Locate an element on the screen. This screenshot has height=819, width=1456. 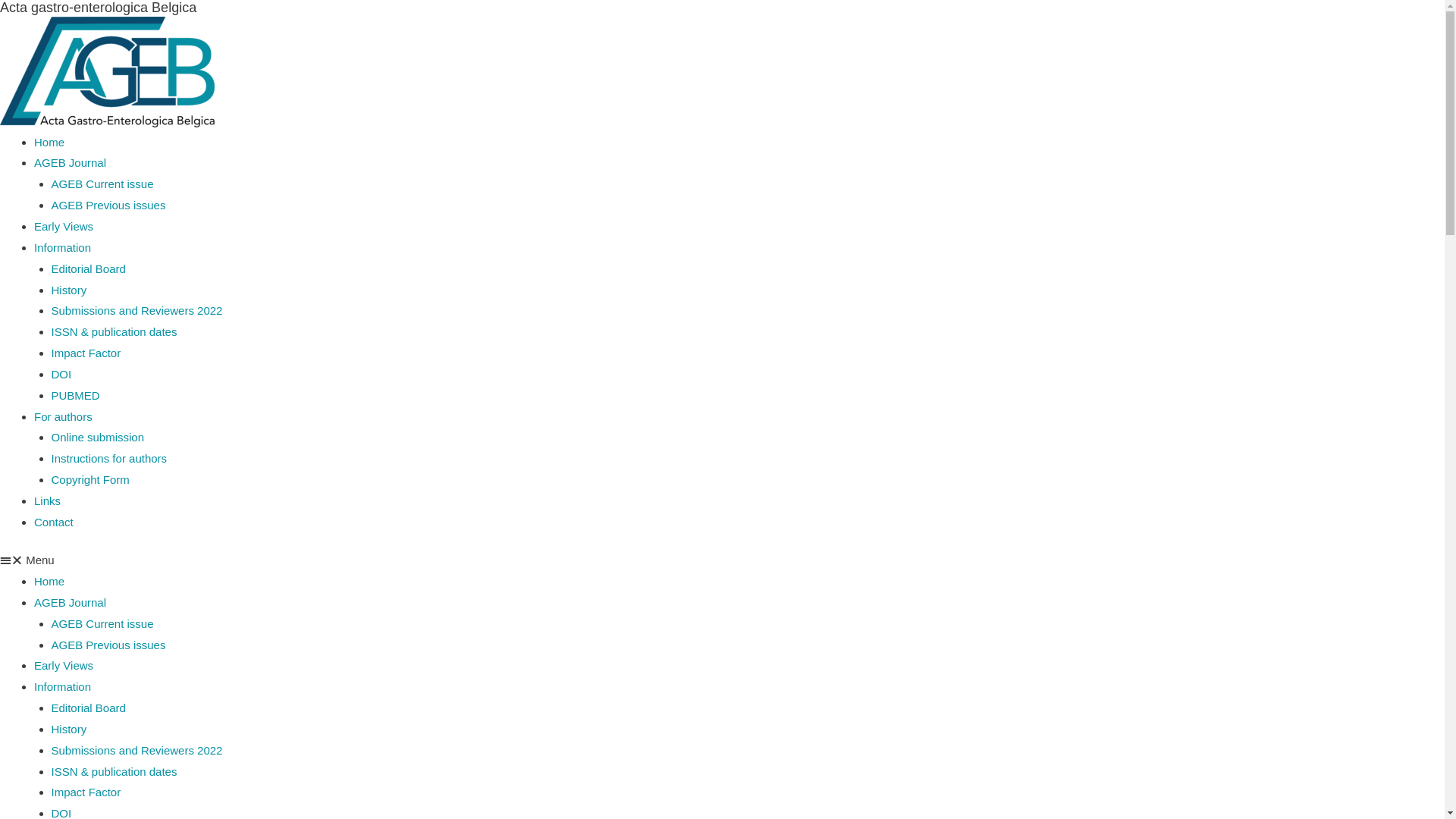
'AGEB Previous issues' is located at coordinates (108, 205).